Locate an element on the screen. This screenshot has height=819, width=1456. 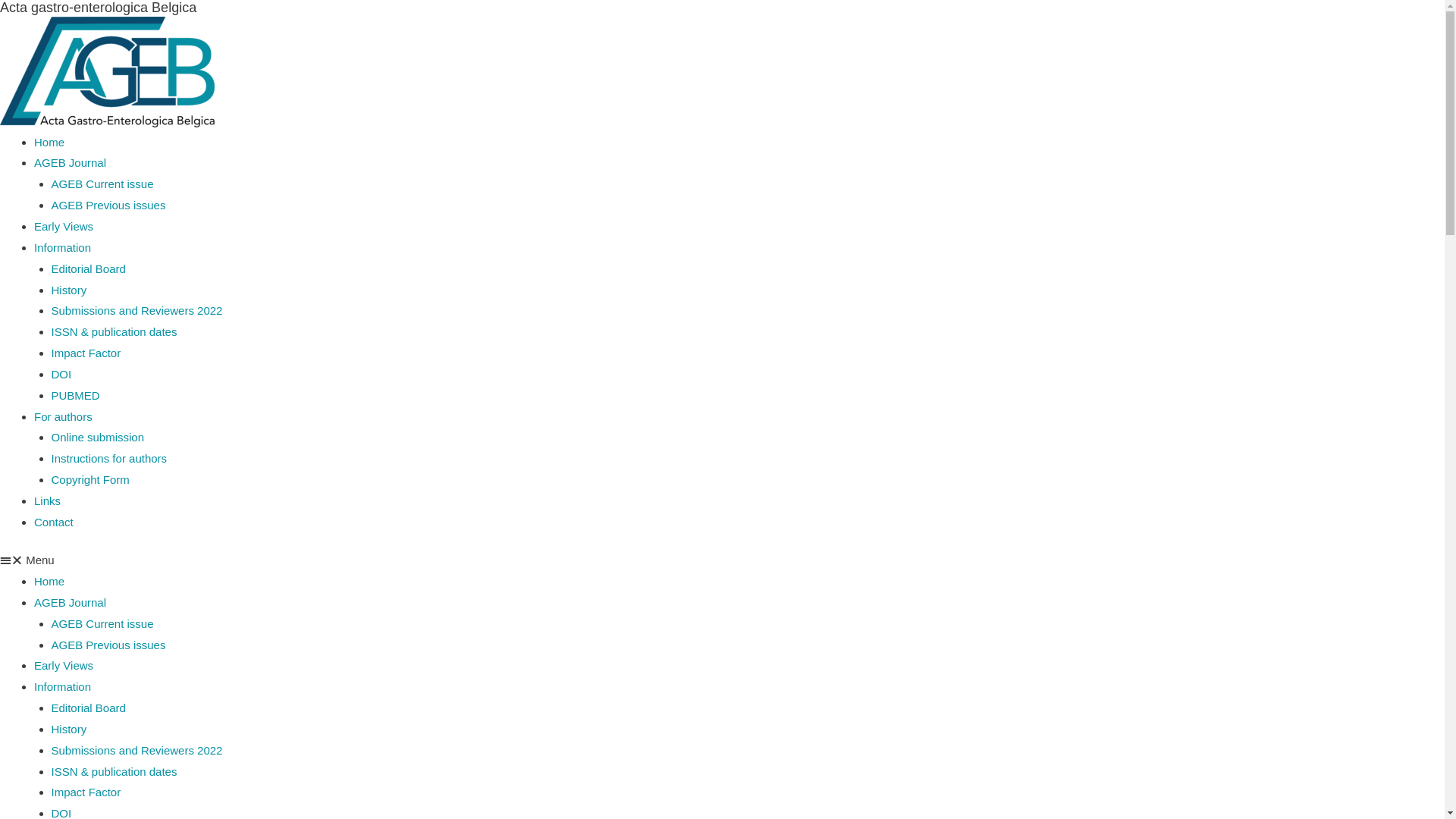
'AGEB Previous issues' is located at coordinates (108, 205).